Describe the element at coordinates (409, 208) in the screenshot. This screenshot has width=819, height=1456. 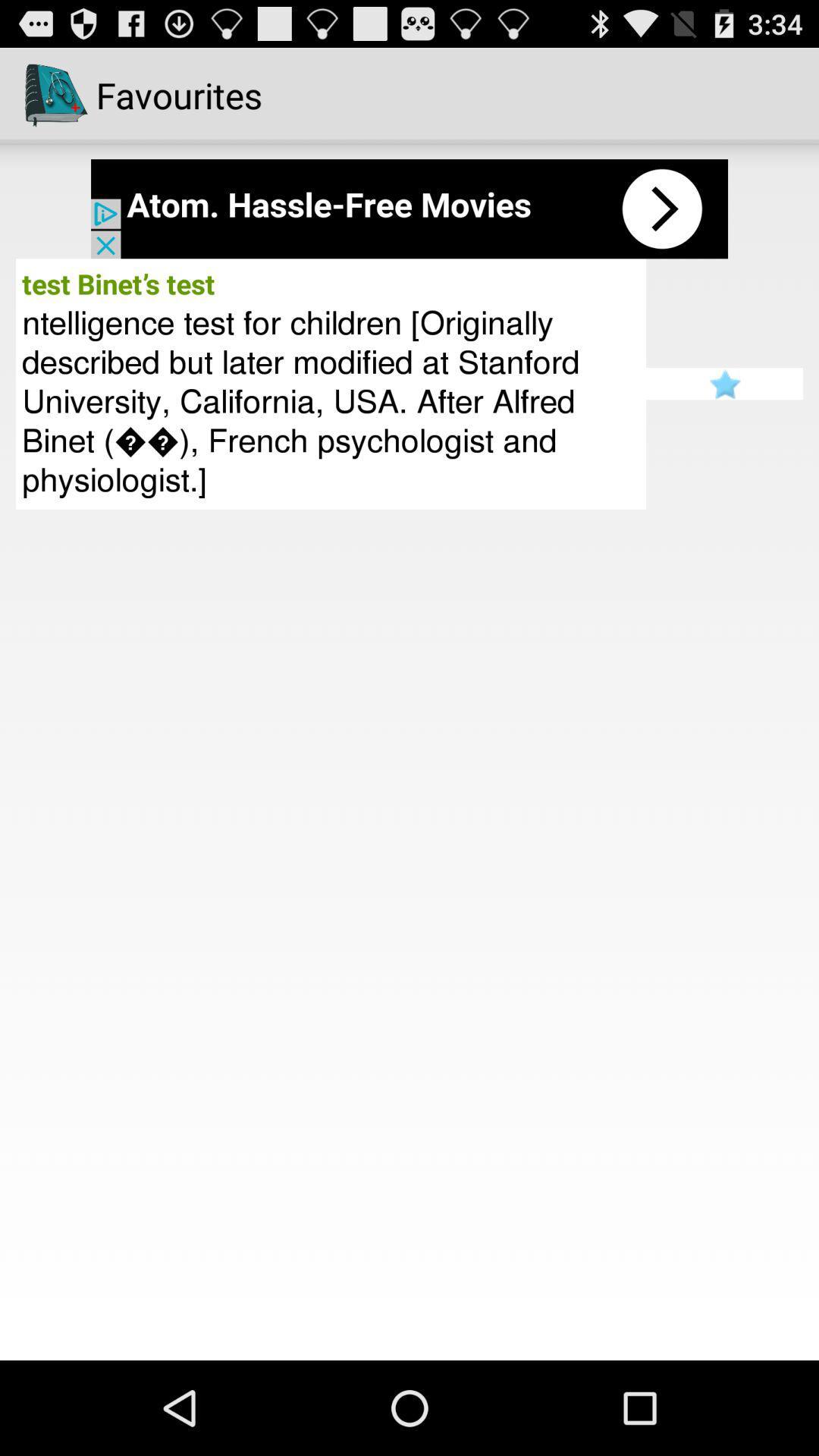
I see `advertisement box` at that location.